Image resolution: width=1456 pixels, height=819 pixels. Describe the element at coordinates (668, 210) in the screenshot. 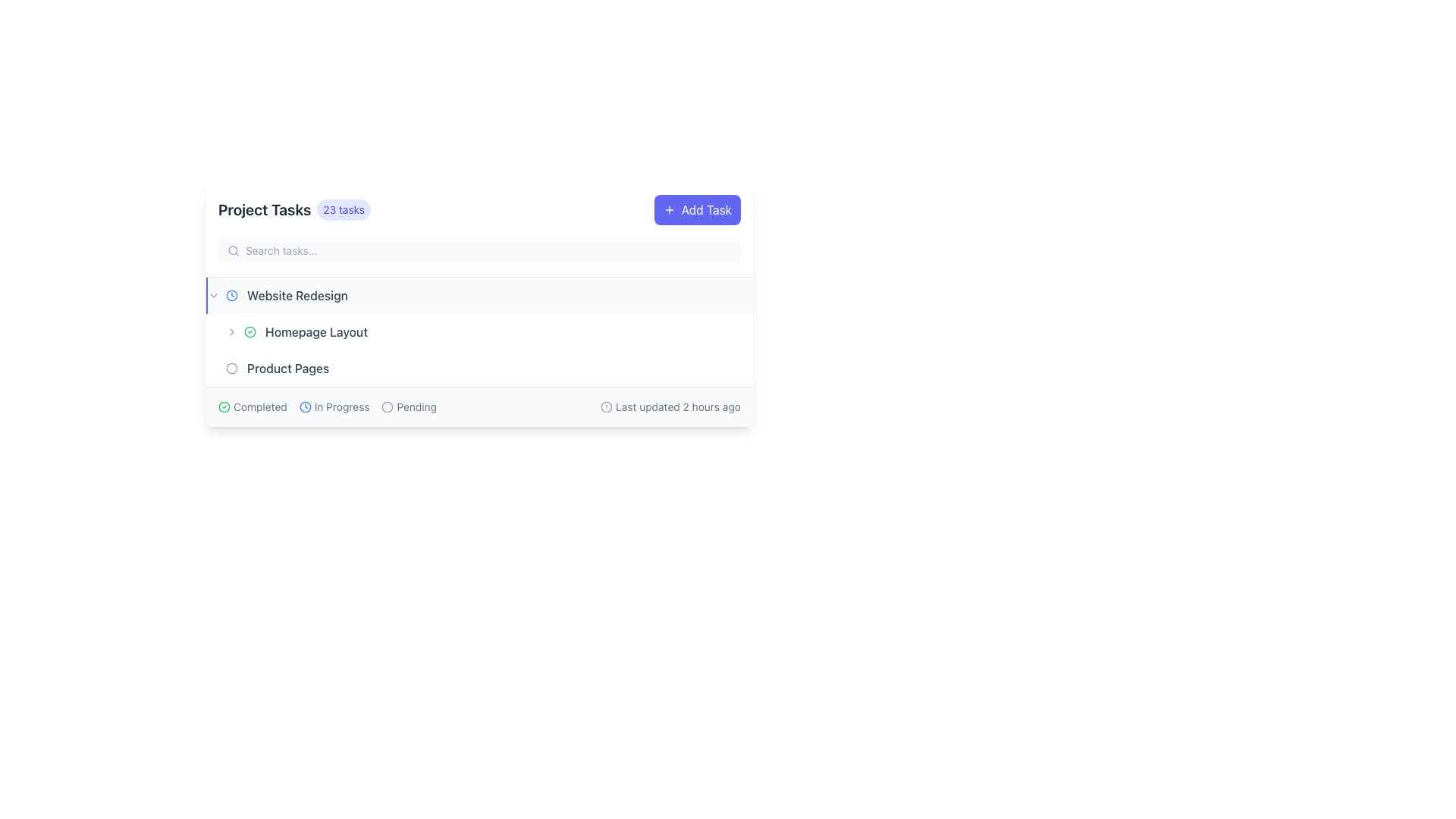

I see `the plus sign icon inside the 'Add Task' button located in the top-right corner of the interface` at that location.